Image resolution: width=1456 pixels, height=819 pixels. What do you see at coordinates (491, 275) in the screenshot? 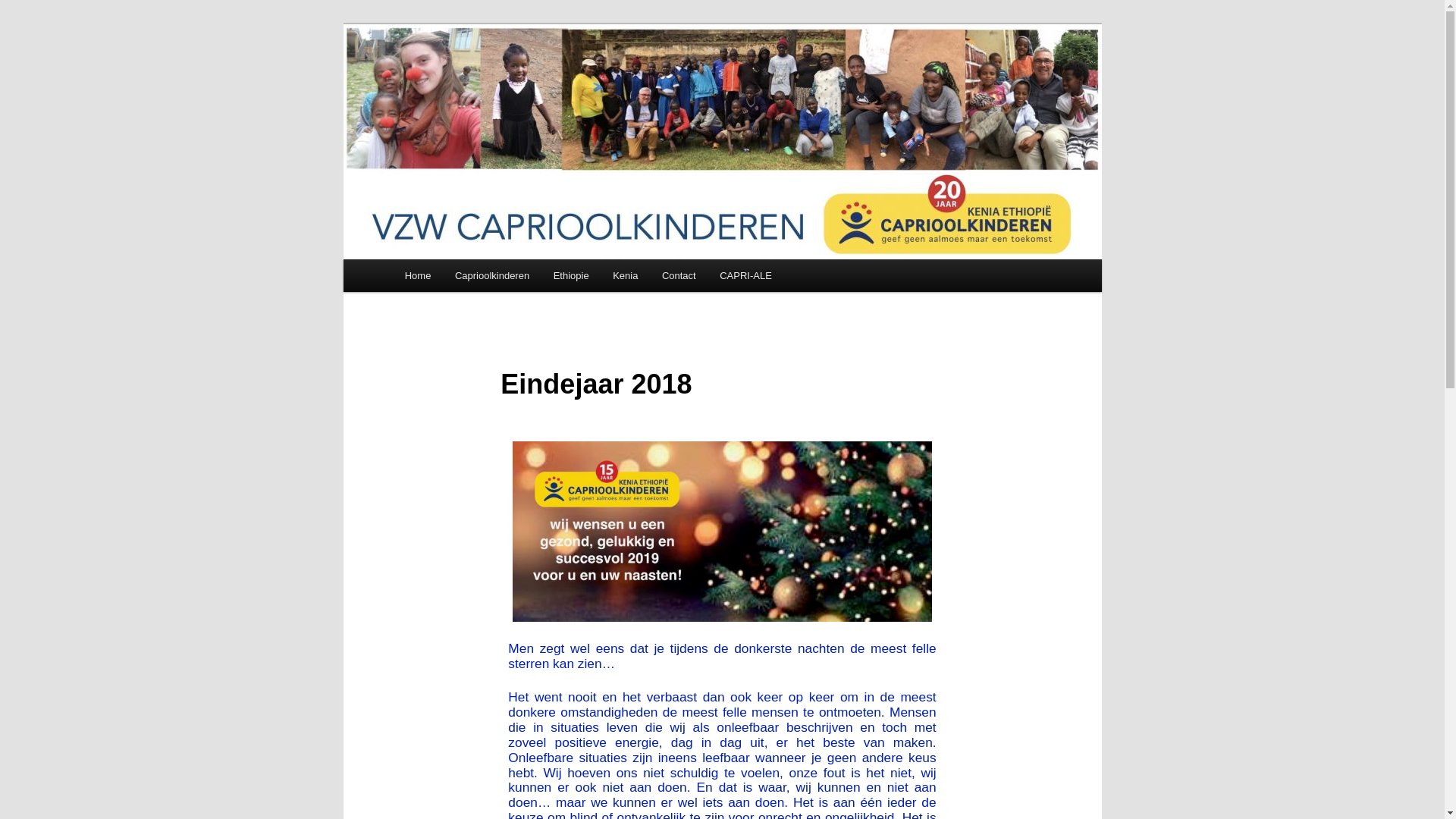
I see `'Caprioolkinderen'` at bounding box center [491, 275].